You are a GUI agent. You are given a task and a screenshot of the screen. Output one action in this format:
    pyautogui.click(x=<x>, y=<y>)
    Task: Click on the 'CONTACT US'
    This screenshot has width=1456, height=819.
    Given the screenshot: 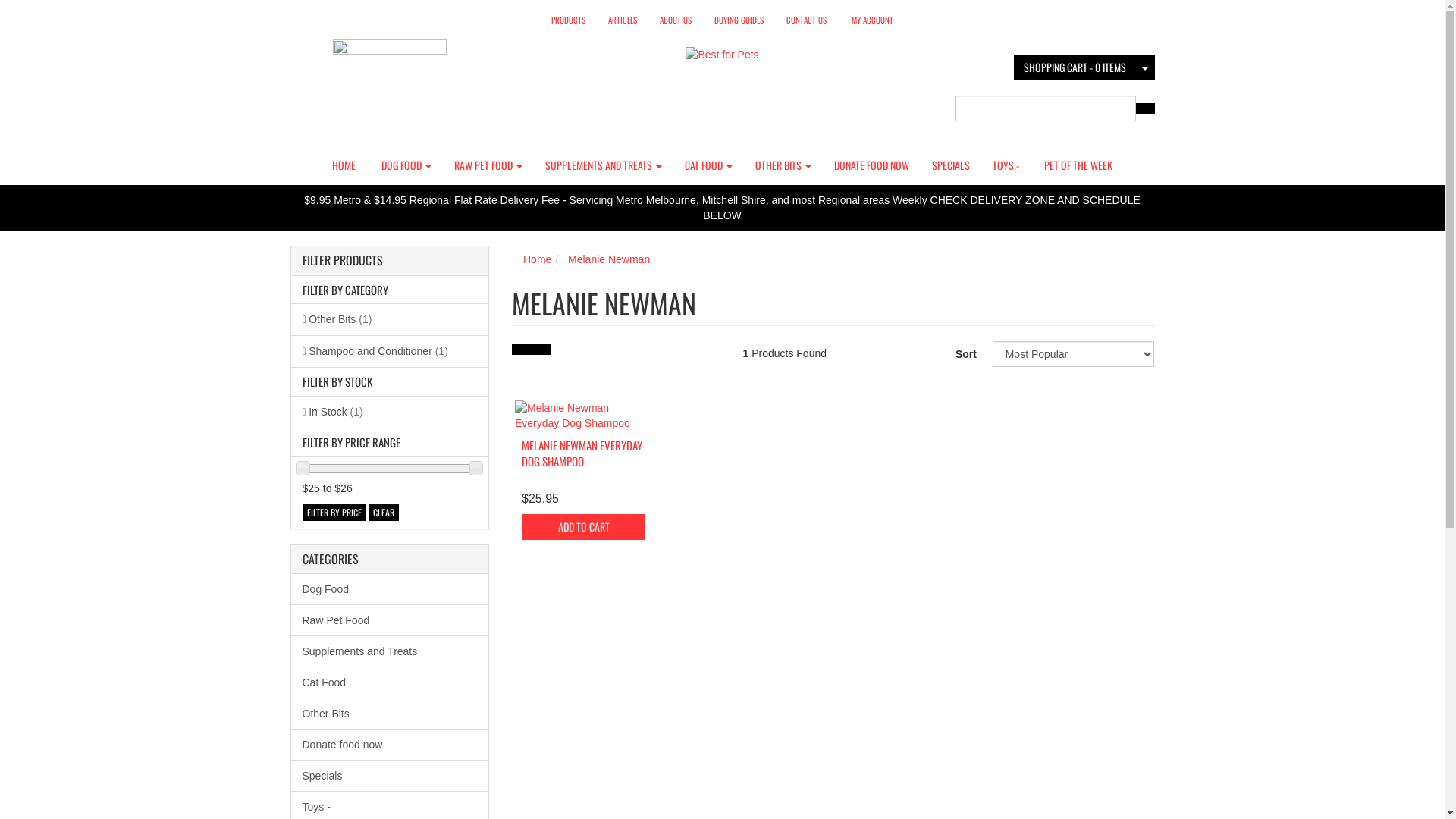 What is the action you would take?
    pyautogui.click(x=805, y=20)
    